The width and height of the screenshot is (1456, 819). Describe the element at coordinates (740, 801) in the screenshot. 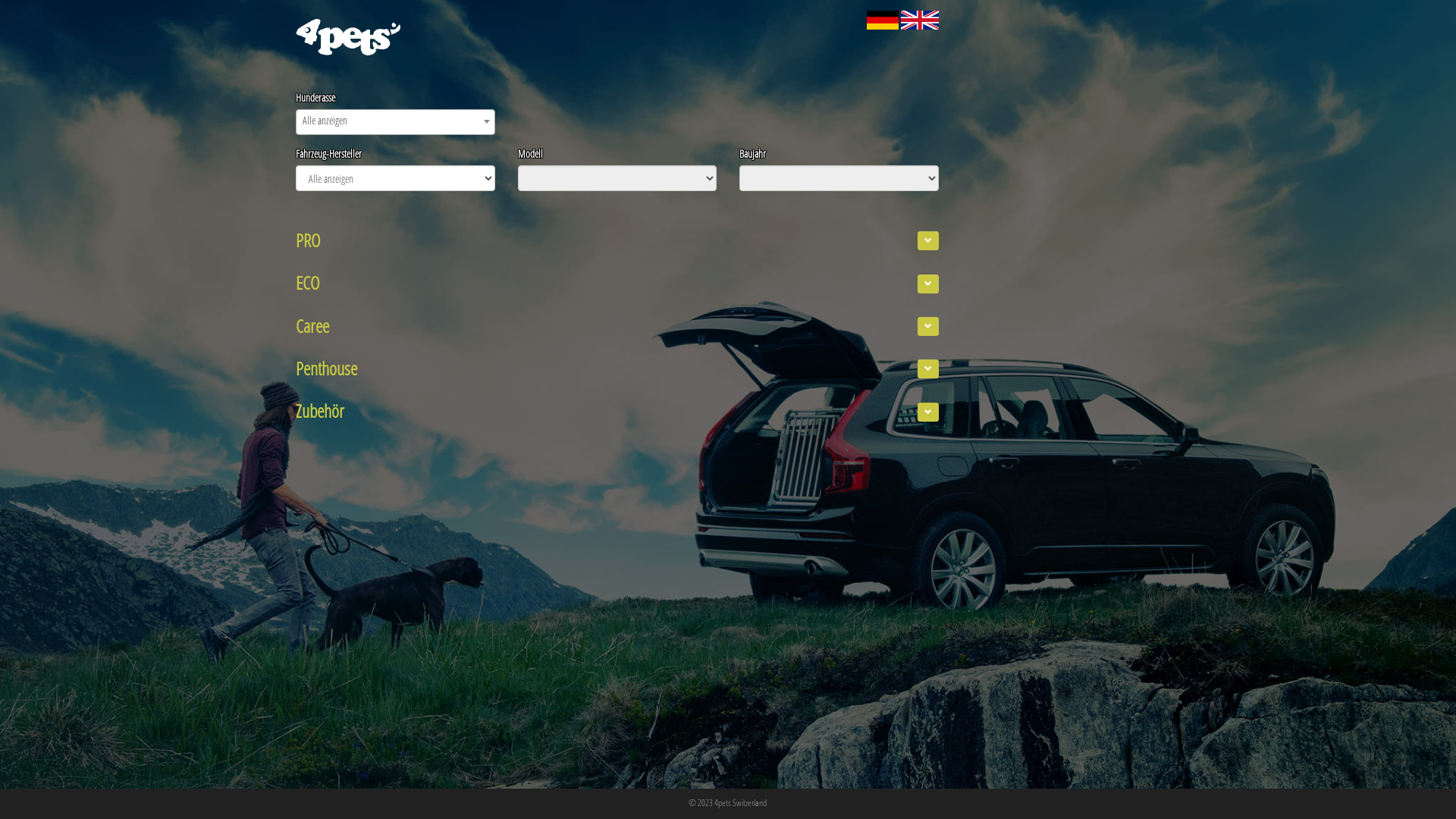

I see `'4pets Switzerland'` at that location.